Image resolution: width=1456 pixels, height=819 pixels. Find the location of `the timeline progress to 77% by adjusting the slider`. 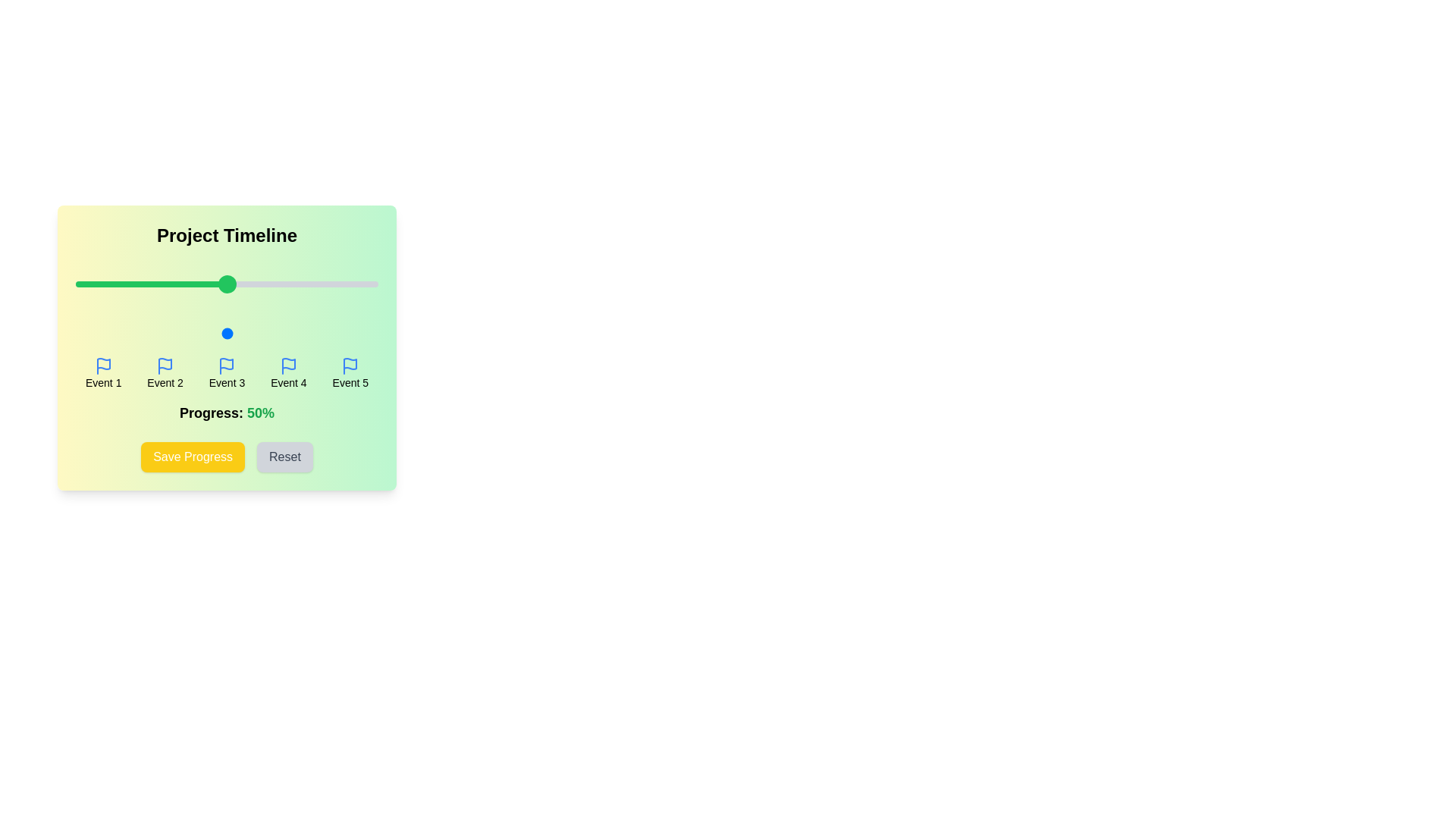

the timeline progress to 77% by adjusting the slider is located at coordinates (308, 332).